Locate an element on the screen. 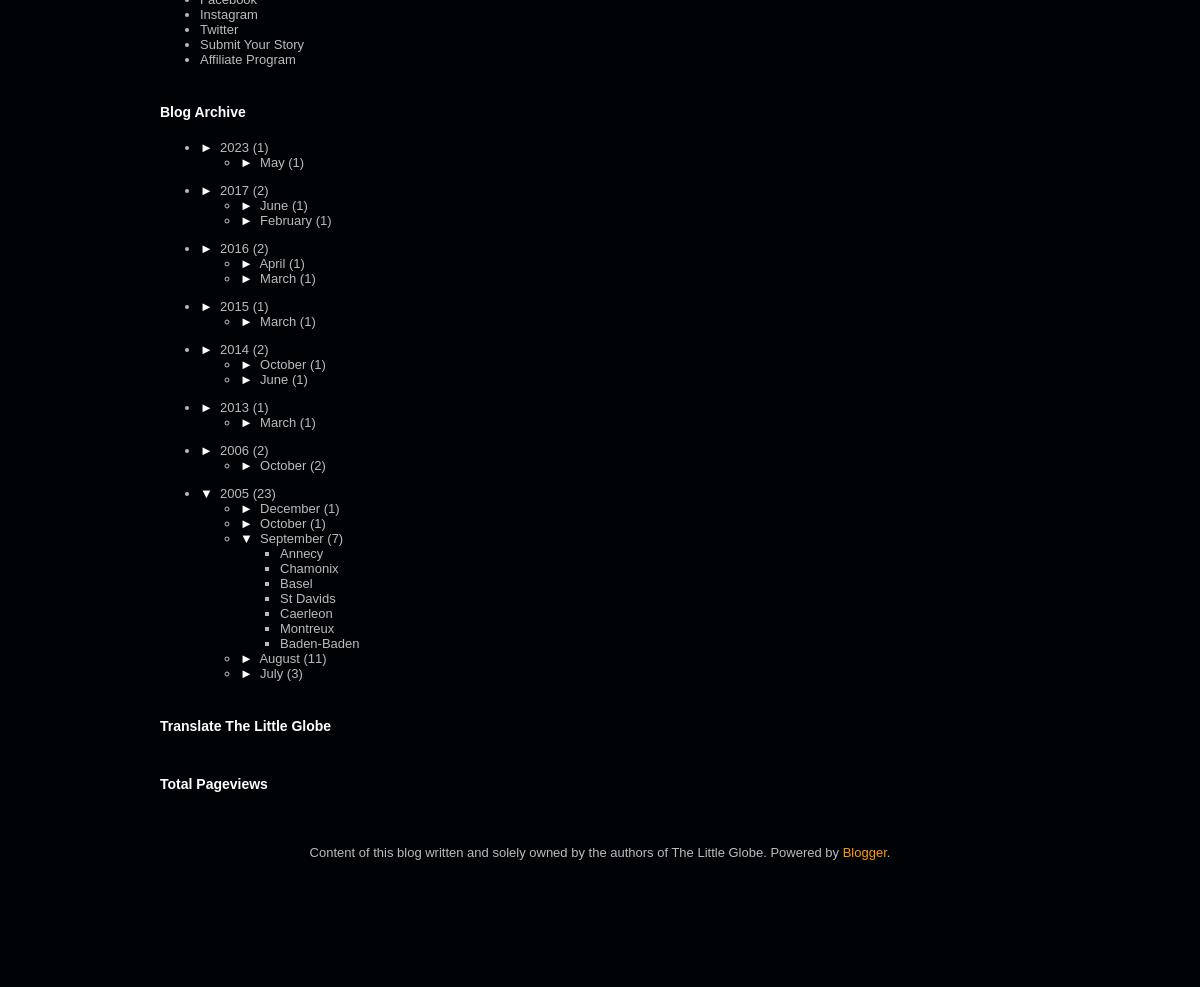 The image size is (1200, 987). 'May' is located at coordinates (272, 160).